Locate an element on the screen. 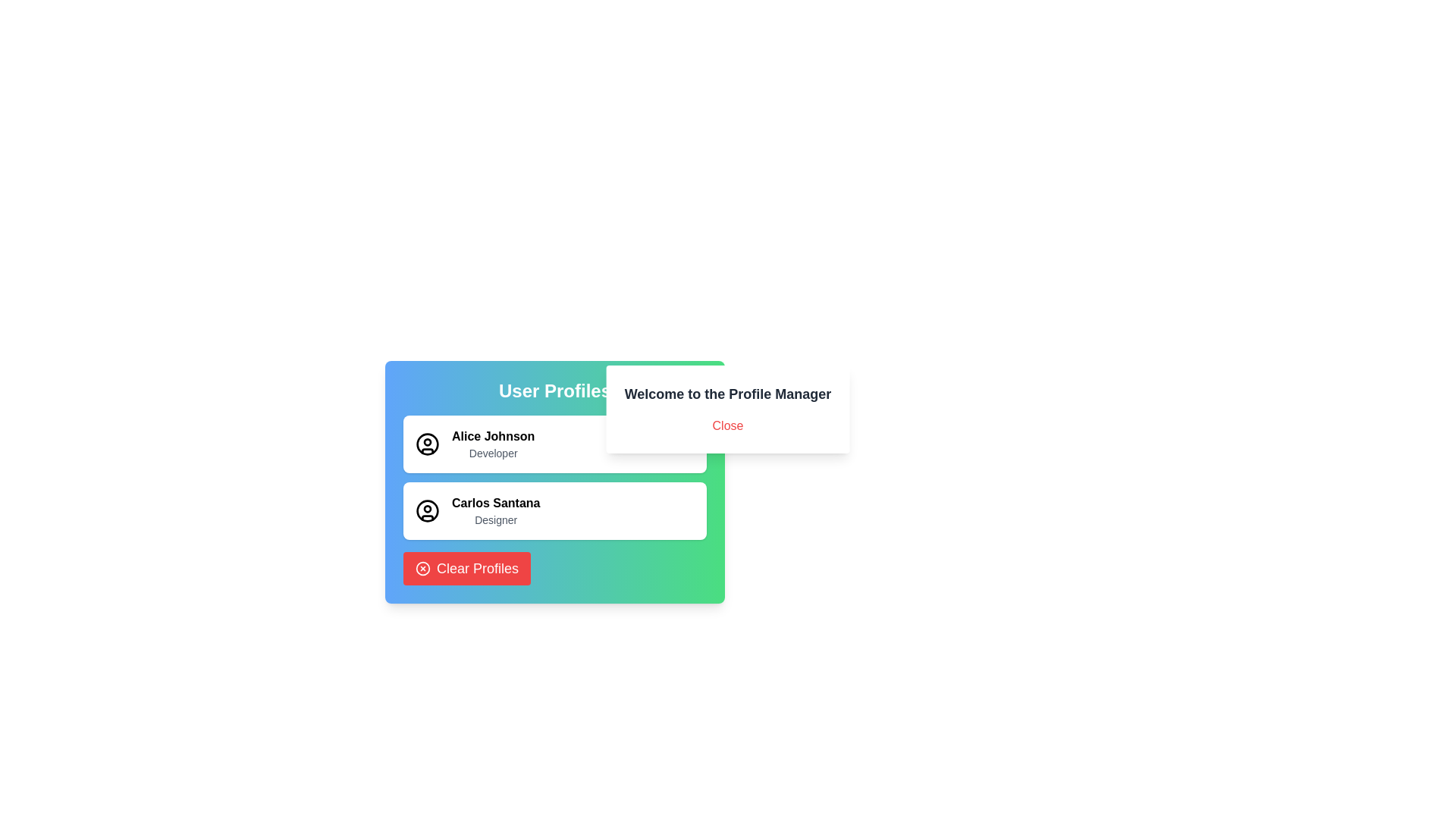 The width and height of the screenshot is (1456, 819). name 'Carlos Santana' and the title 'Designer' displayed in the text block element, which is the second item in a vertical list of user profiles is located at coordinates (496, 511).